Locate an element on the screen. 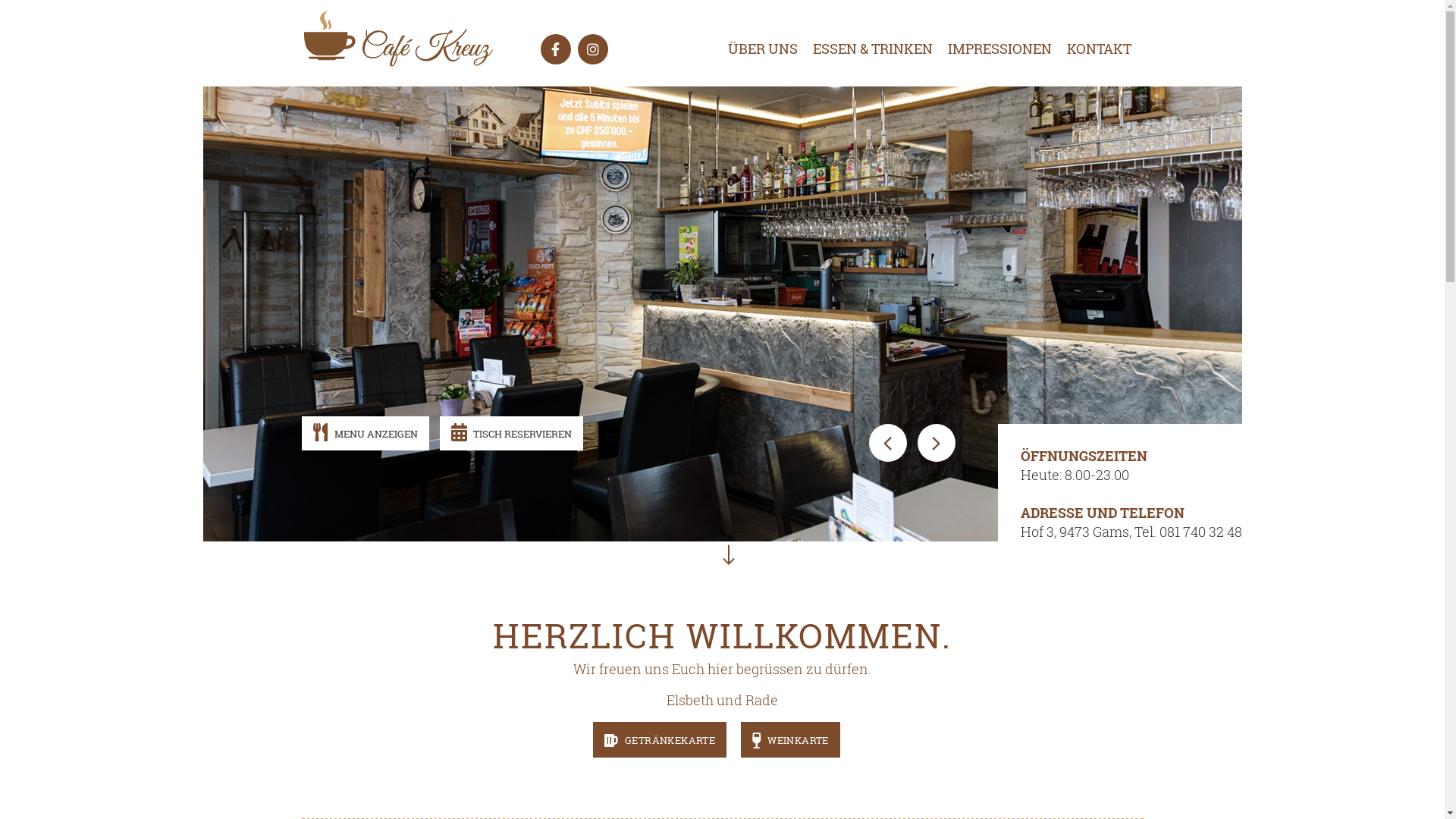 The height and width of the screenshot is (819, 1456). 'Previous' is located at coordinates (888, 442).